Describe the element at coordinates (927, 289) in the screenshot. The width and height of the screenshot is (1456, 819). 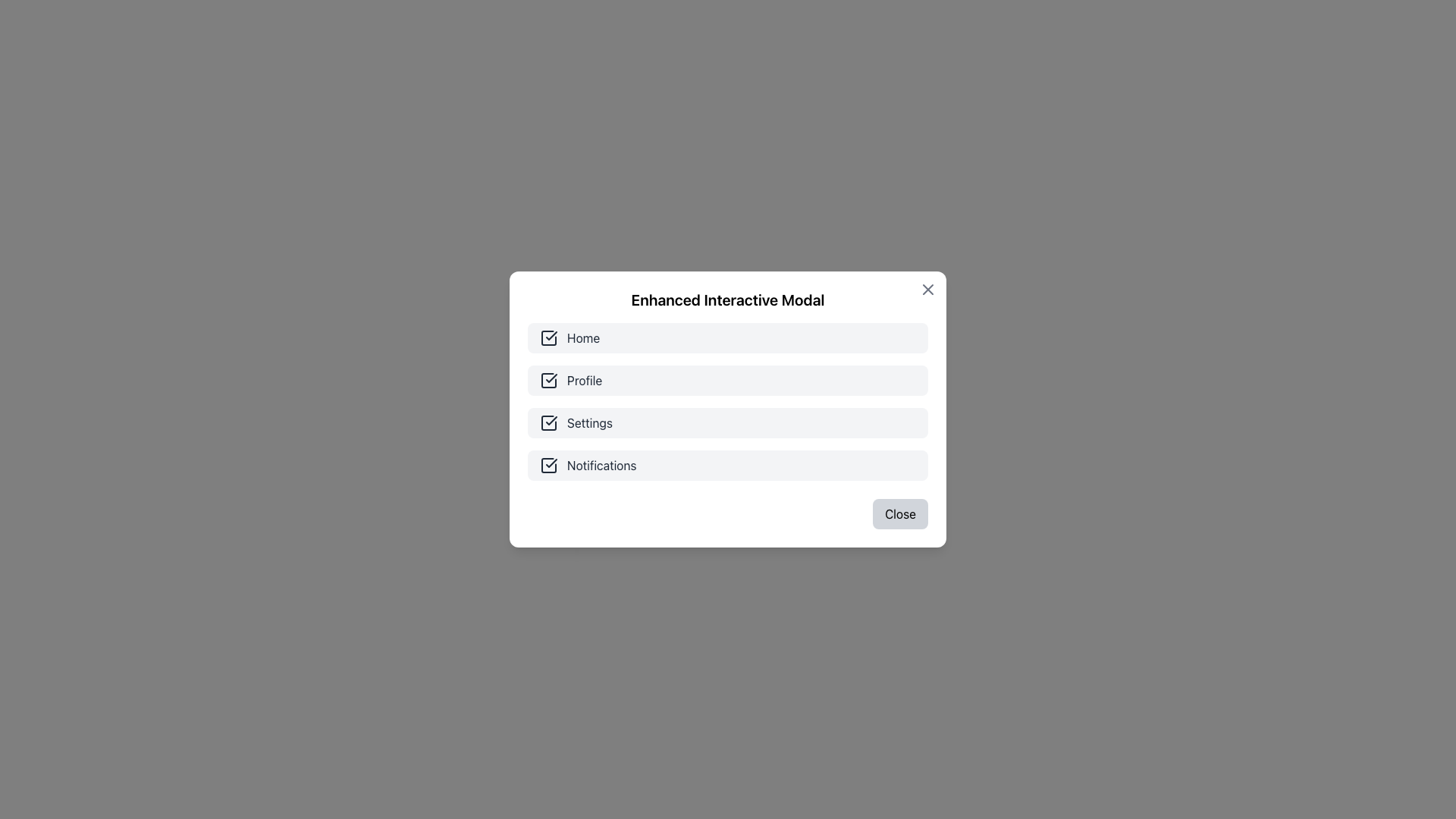
I see `the Close Button with an 'X' icon located at the top-right corner of the modal` at that location.